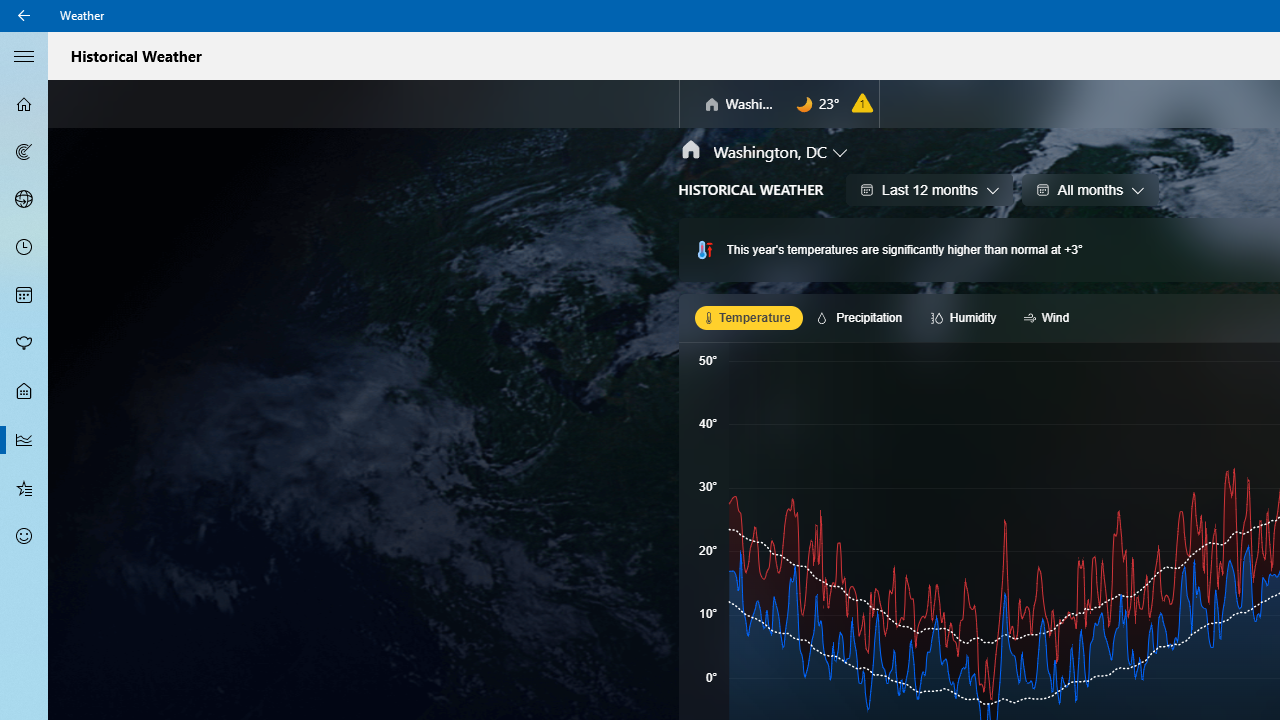  Describe the element at coordinates (24, 295) in the screenshot. I see `'Monthly Forecast - Not Selected'` at that location.